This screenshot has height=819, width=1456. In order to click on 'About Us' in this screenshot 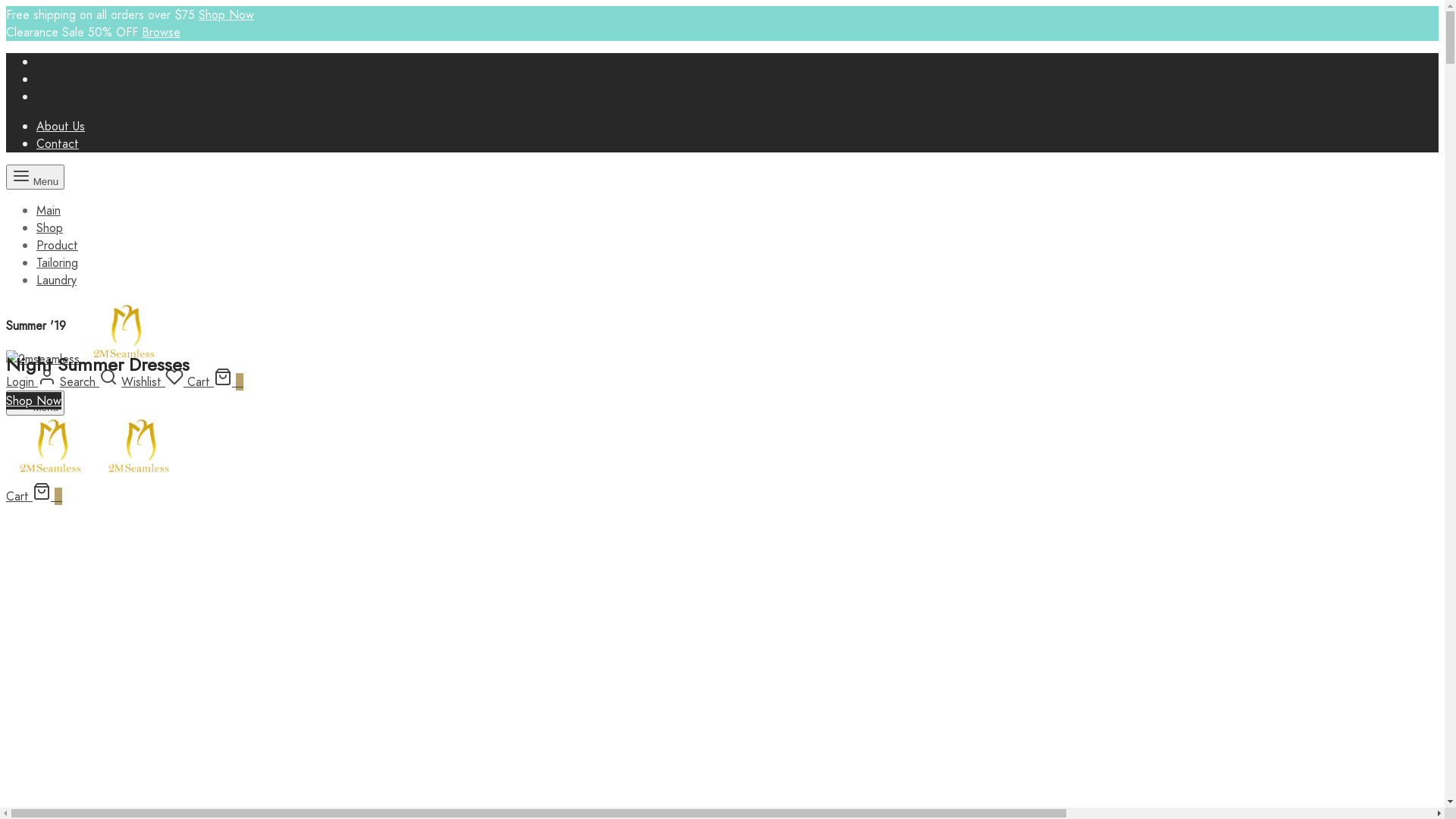, I will do `click(61, 125)`.